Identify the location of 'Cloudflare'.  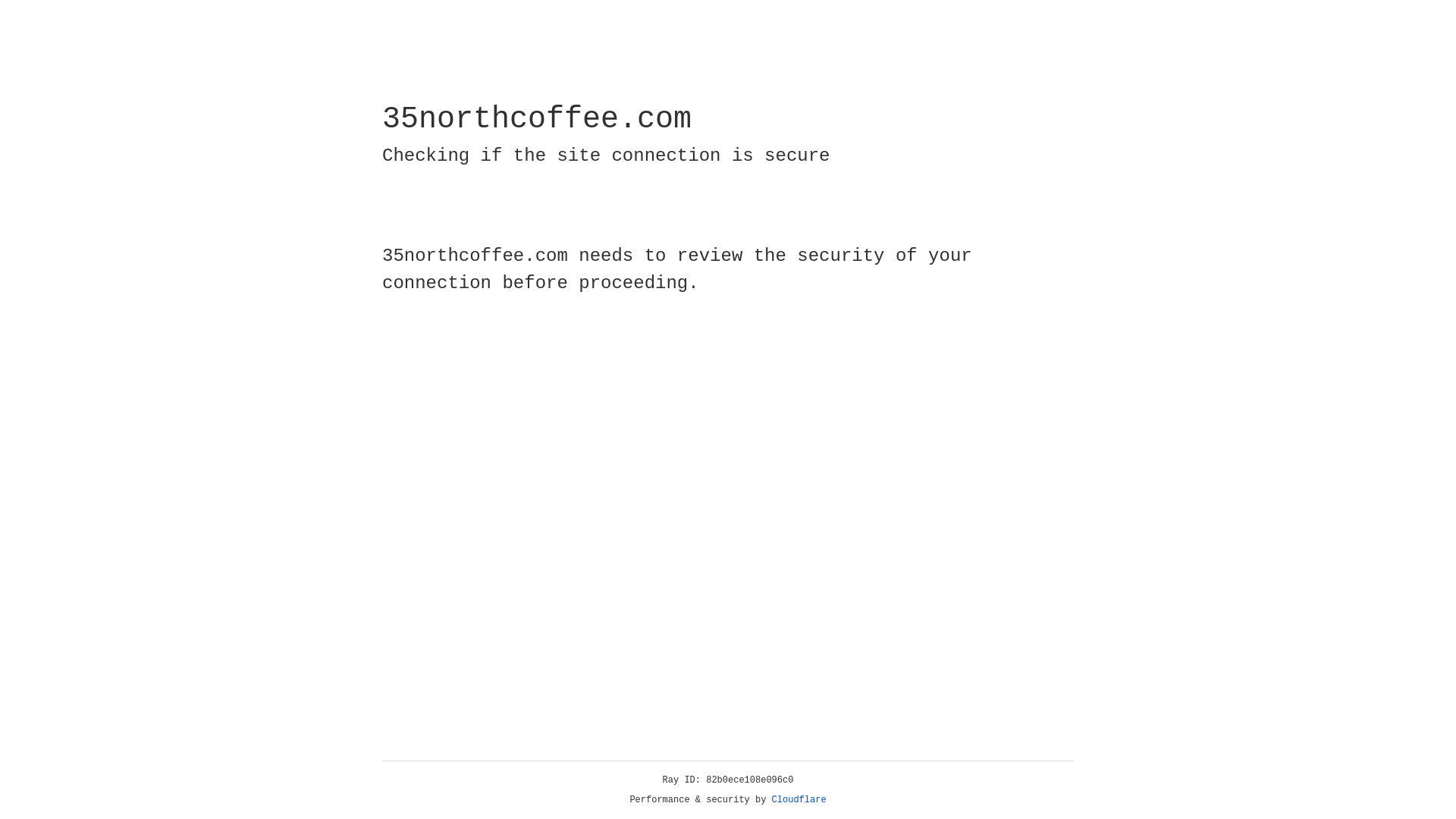
(799, 799).